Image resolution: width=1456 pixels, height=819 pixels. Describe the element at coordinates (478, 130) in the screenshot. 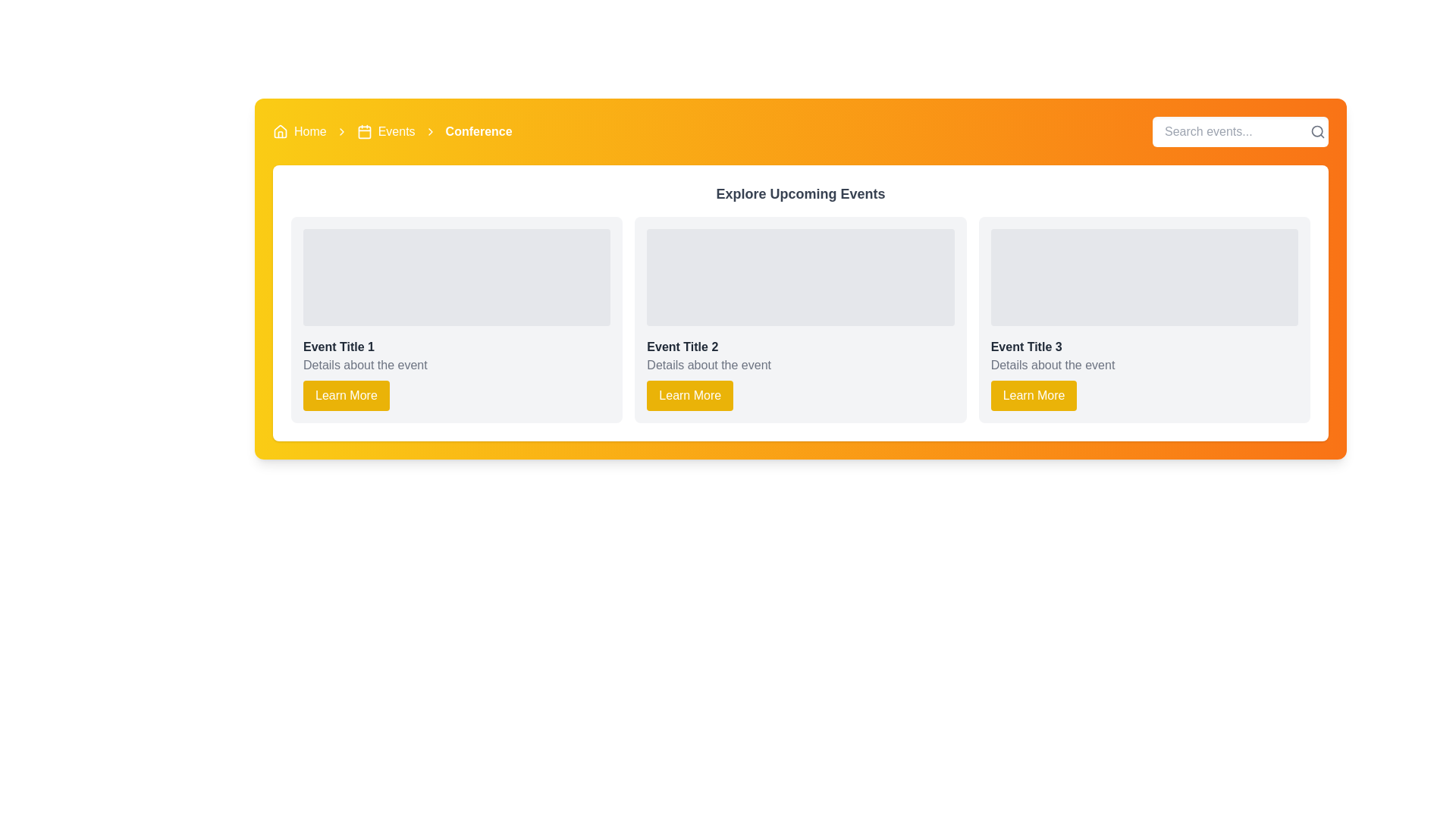

I see `text content of the Text Label that displays the current section or page title within the breadcrumb navigation bar, positioned as the third item after 'Home' and 'Events'` at that location.